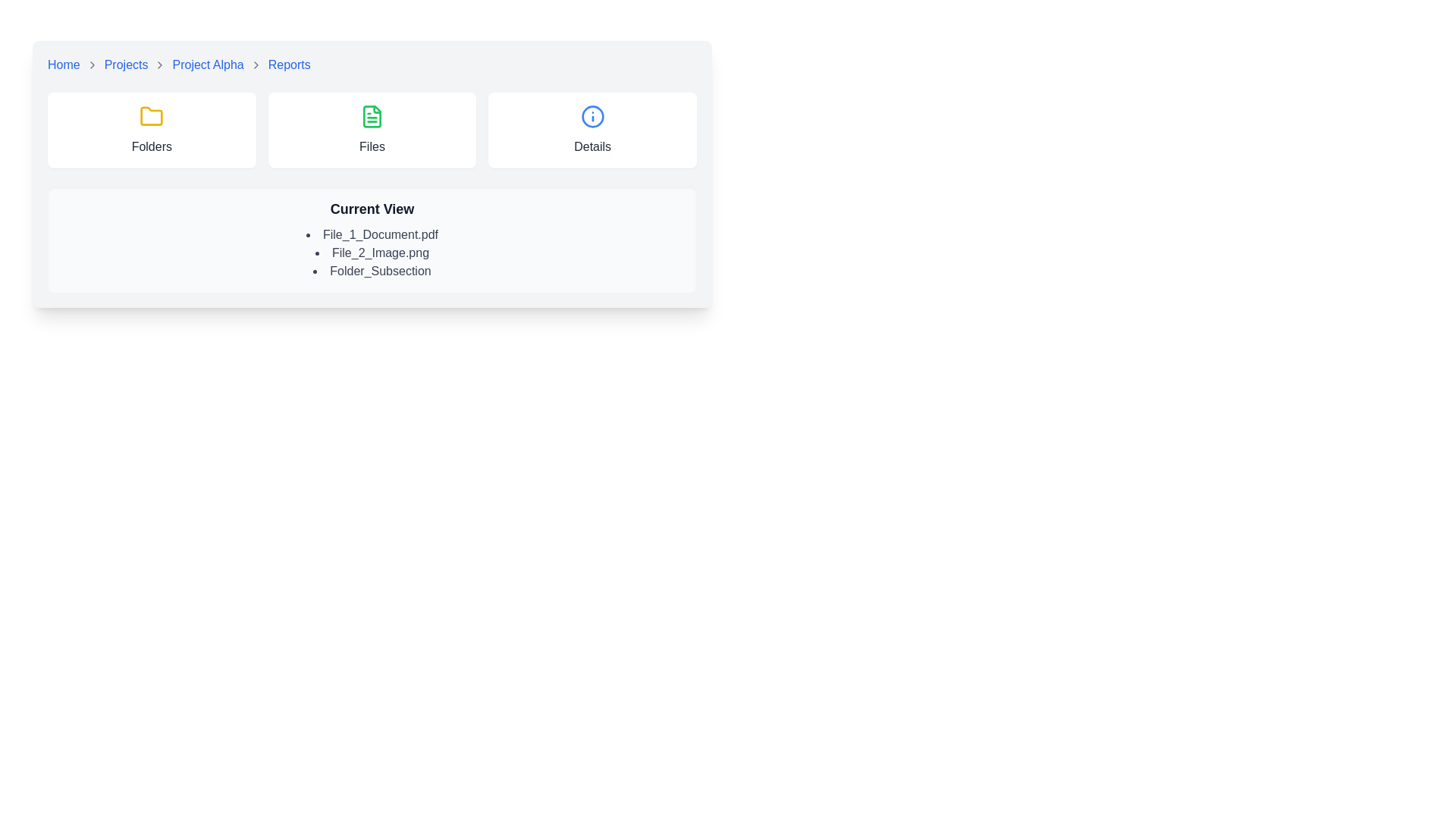 This screenshot has height=819, width=1456. I want to click on the list item displaying the text 'Folder_Subsection', so click(372, 271).